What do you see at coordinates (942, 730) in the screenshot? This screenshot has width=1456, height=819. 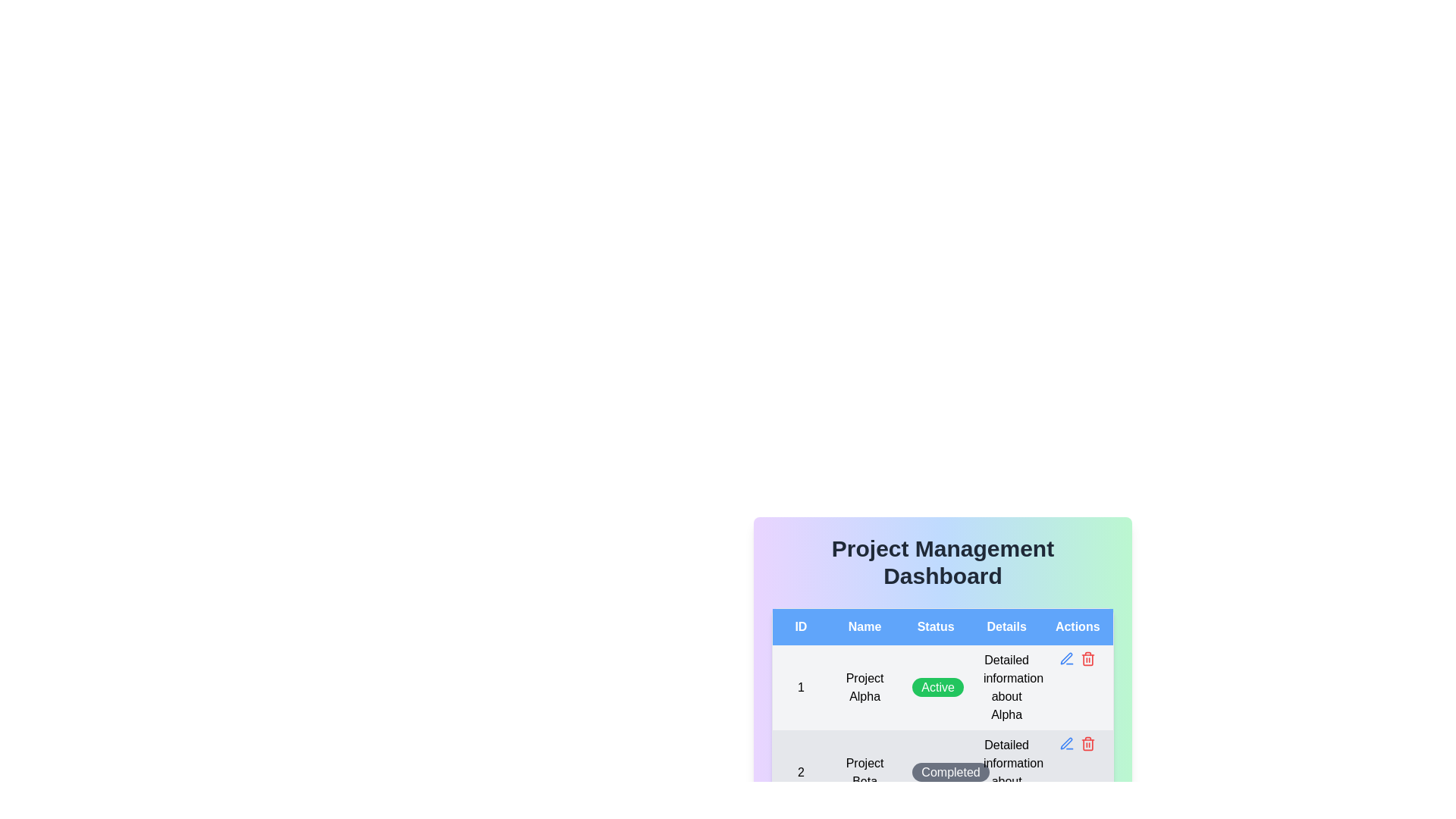 I see `the second row of the table displaying project data` at bounding box center [942, 730].